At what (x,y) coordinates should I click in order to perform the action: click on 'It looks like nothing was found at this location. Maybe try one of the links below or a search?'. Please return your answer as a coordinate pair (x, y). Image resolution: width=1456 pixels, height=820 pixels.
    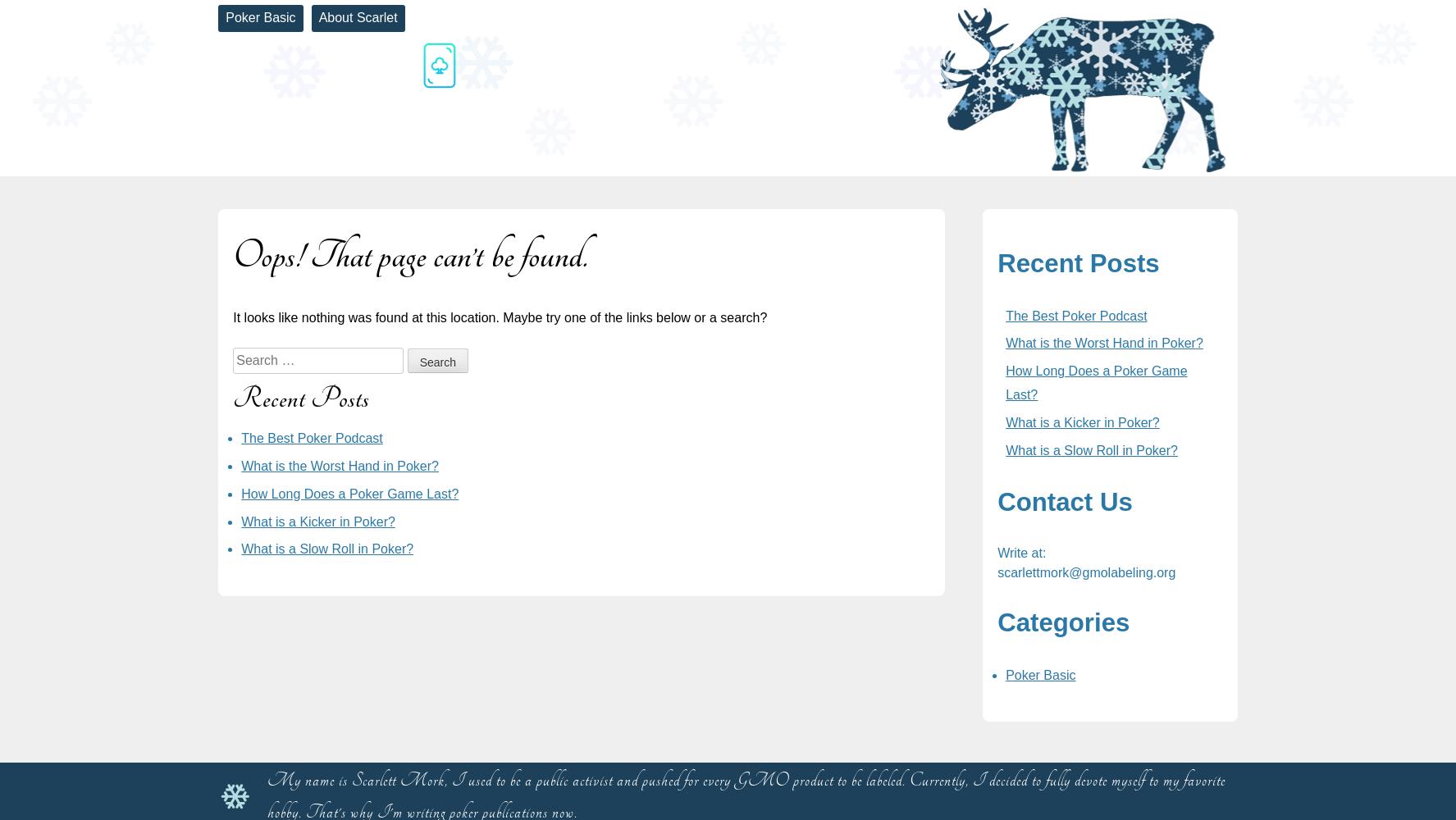
    Looking at the image, I should click on (500, 317).